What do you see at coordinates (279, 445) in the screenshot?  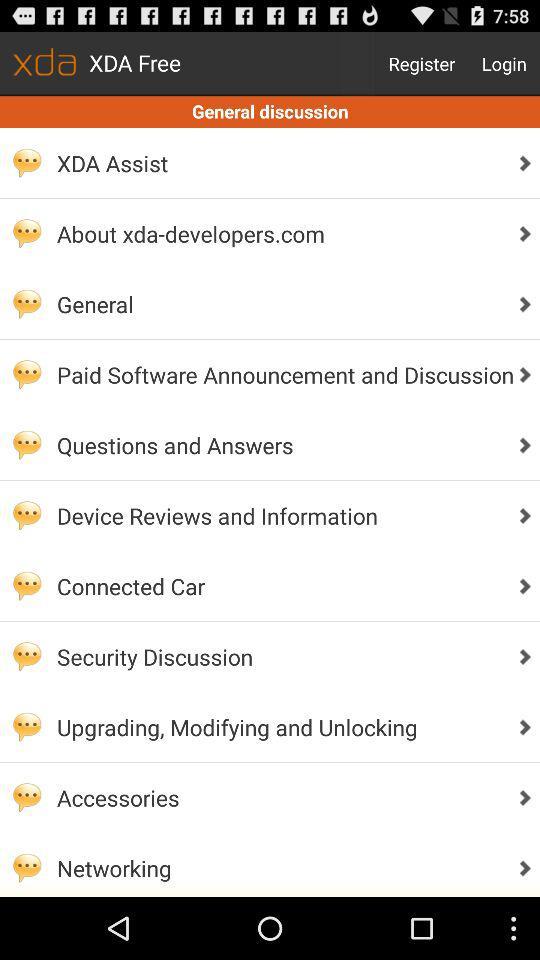 I see `the questions and answers item` at bounding box center [279, 445].